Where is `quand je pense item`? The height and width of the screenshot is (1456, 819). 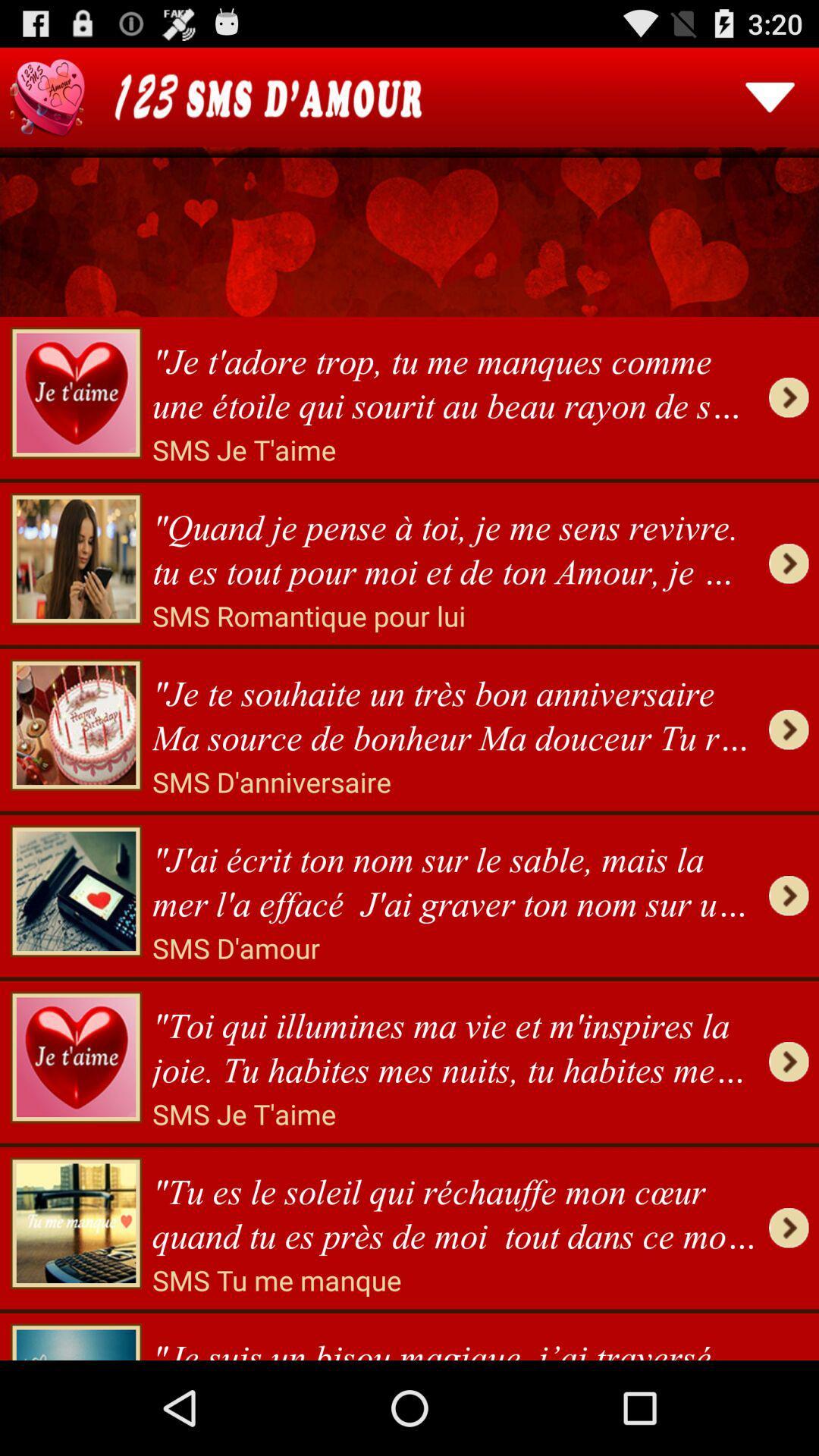 quand je pense item is located at coordinates (454, 544).